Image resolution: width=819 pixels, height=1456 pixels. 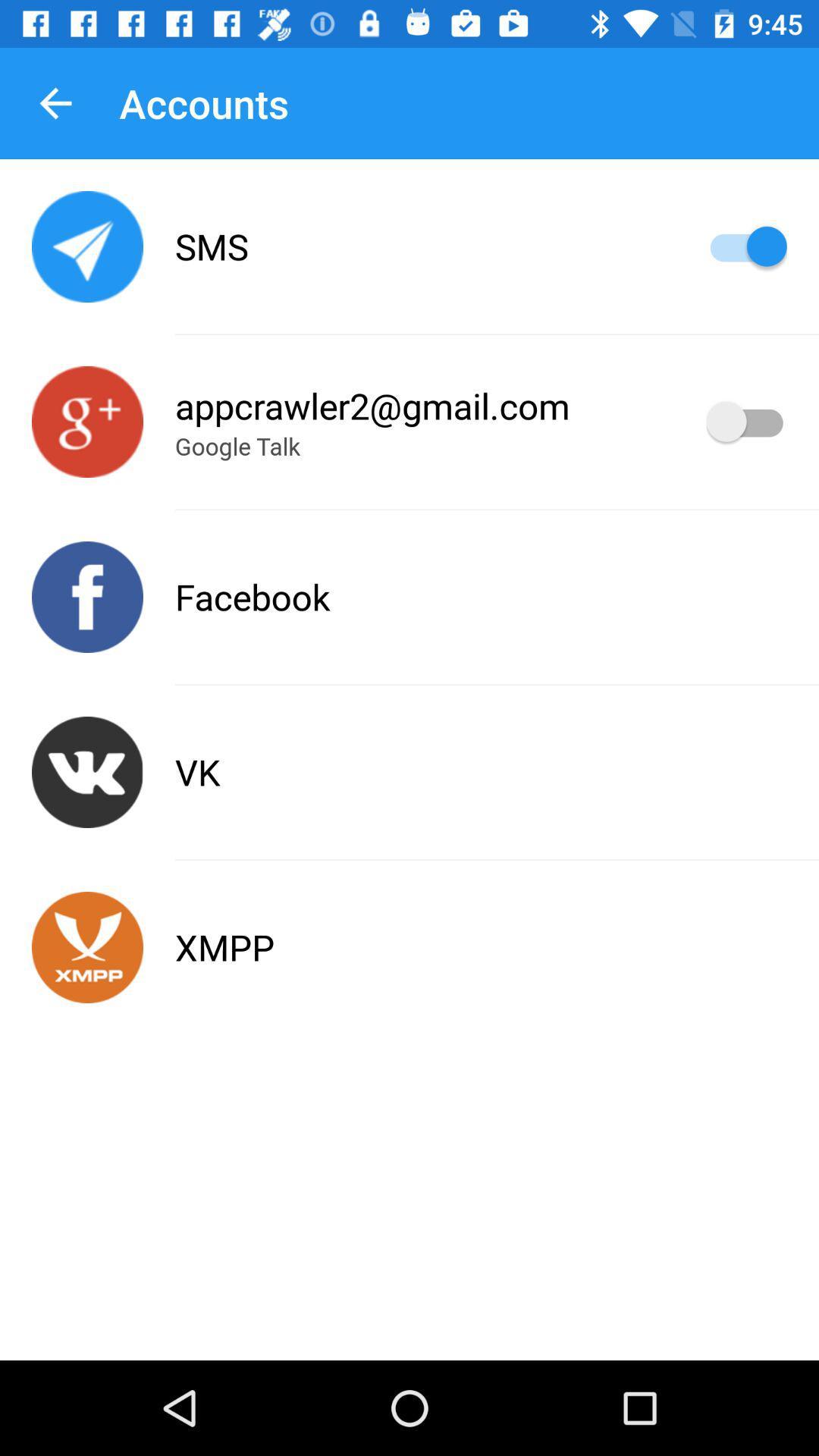 What do you see at coordinates (87, 946) in the screenshot?
I see `manage xmpp account` at bounding box center [87, 946].